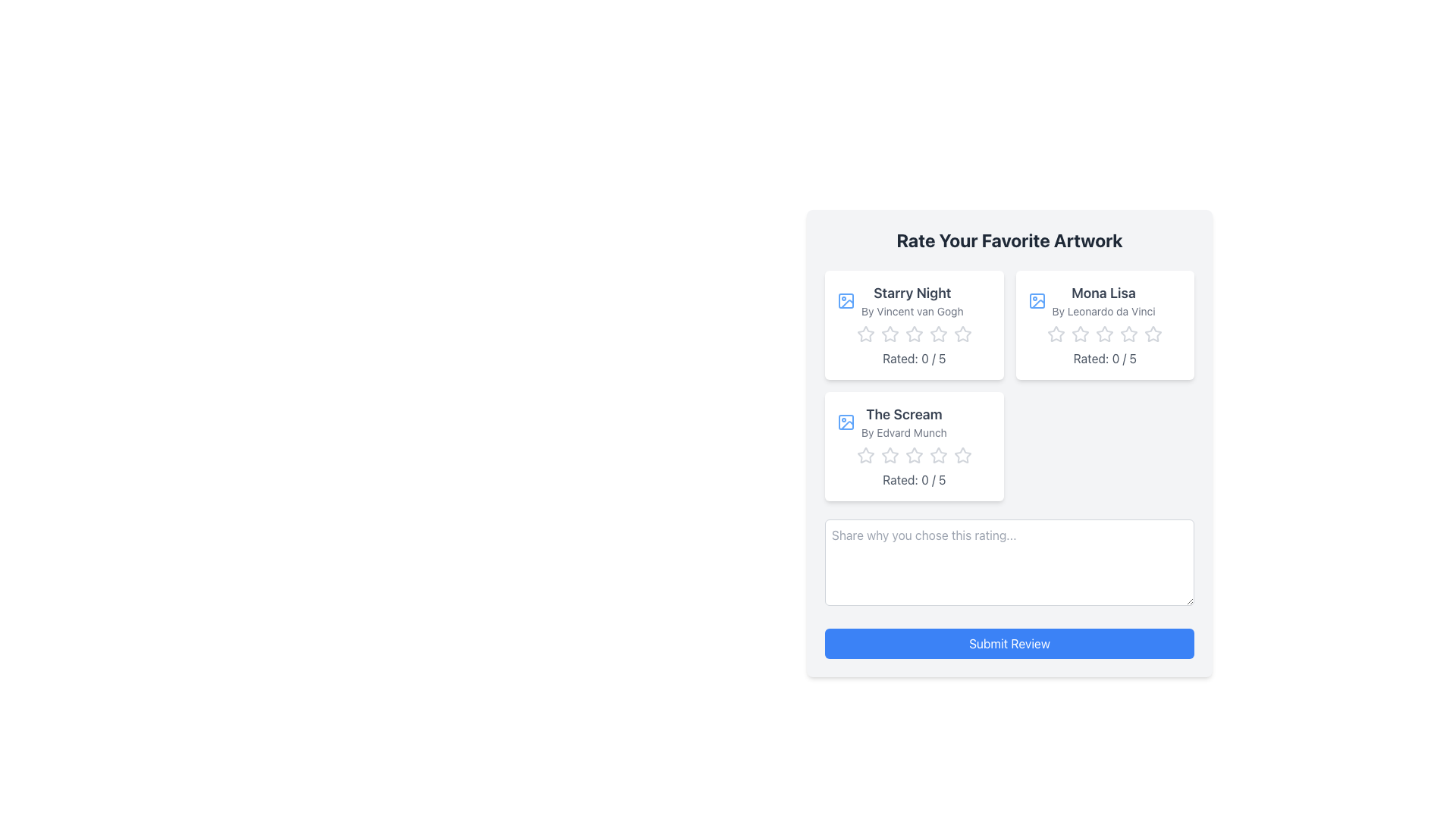  I want to click on the third star in the rating system under the artwork 'The Scream' to rate it, so click(865, 454).